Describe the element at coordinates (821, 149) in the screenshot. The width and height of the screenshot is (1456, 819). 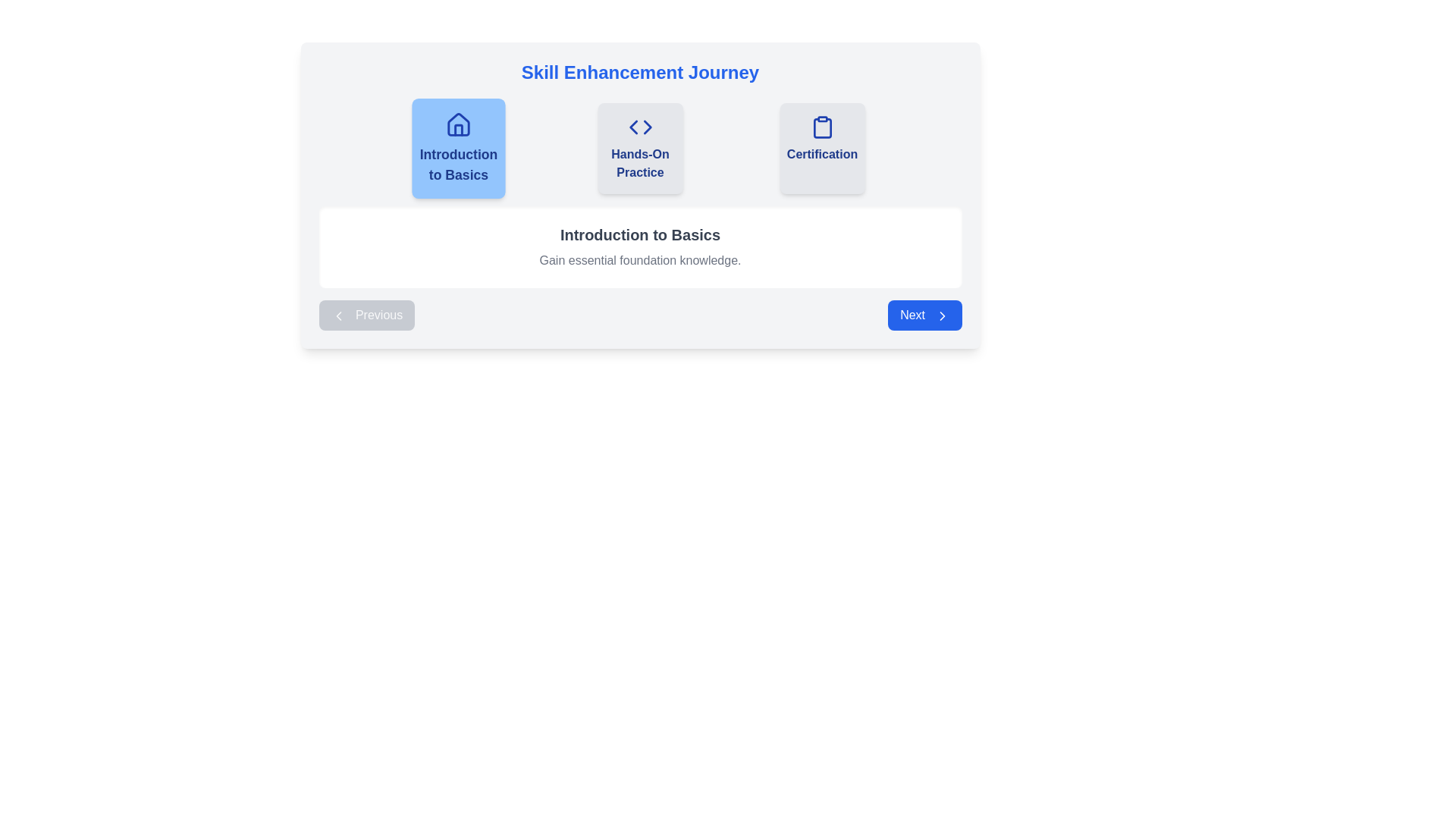
I see `the third navigation button positioned to the right of 'Hands-On Practice', which indicates progress in a multi-step journey` at that location.